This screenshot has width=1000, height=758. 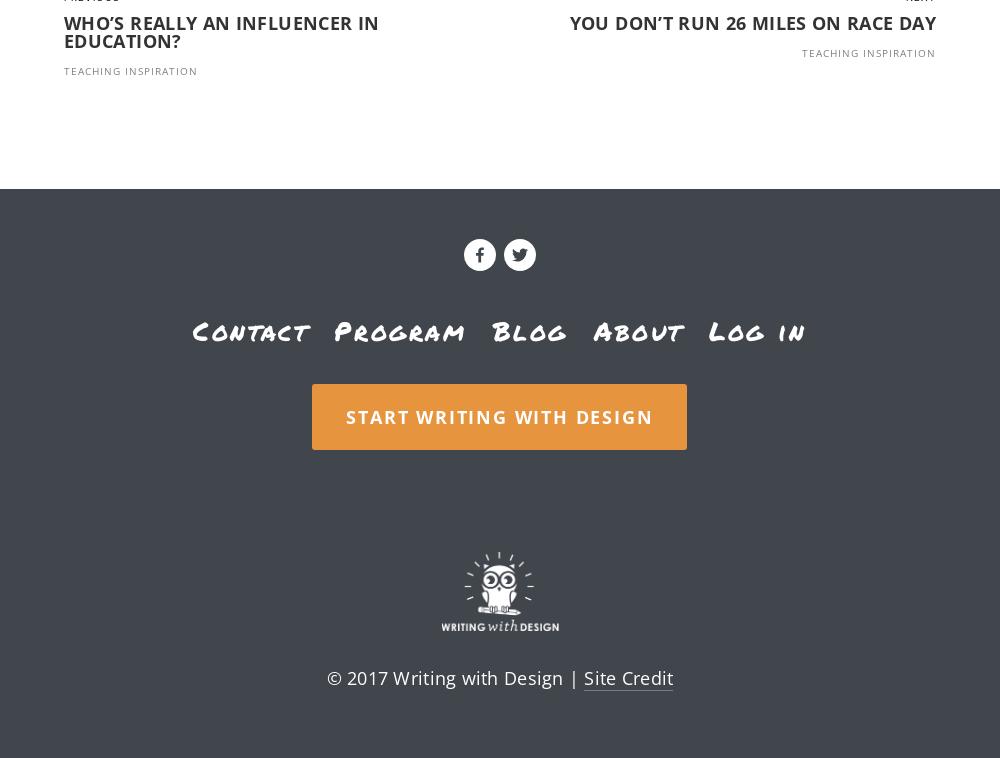 I want to click on 'Site Credit', so click(x=628, y=676).